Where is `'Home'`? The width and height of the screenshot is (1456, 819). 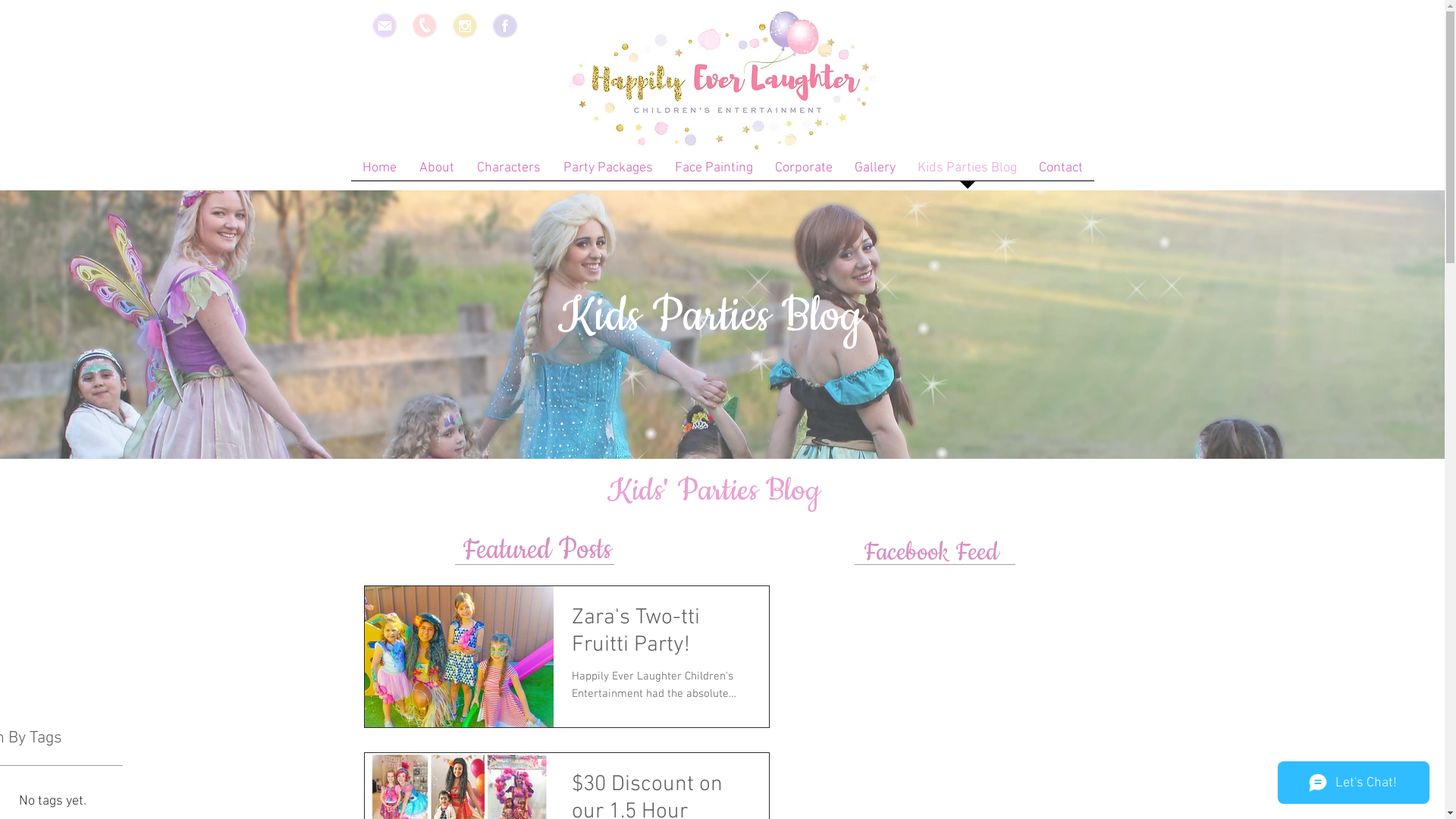
'Home' is located at coordinates (378, 171).